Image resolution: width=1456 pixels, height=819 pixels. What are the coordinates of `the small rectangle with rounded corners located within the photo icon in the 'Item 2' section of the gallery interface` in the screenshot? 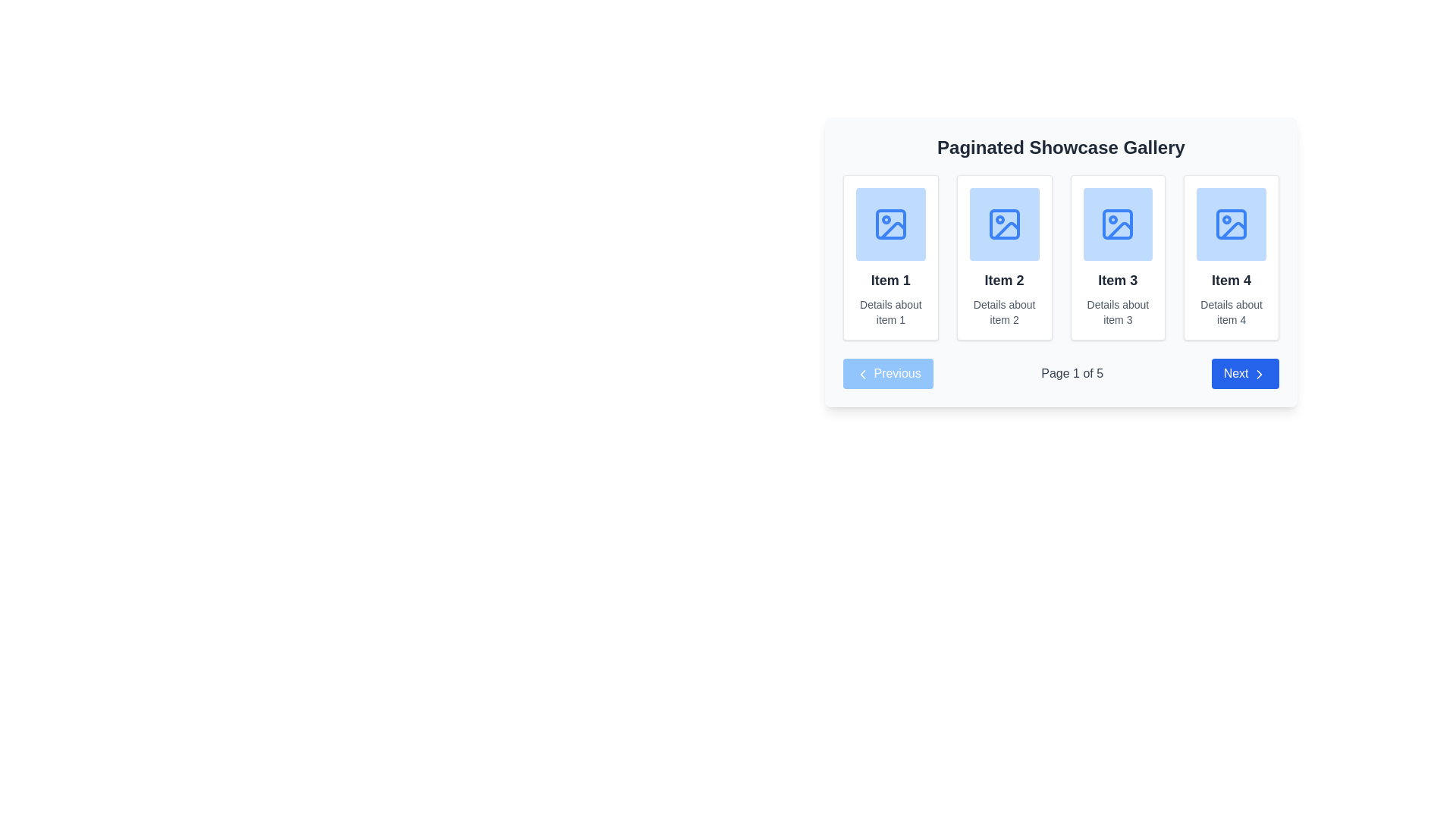 It's located at (1004, 224).